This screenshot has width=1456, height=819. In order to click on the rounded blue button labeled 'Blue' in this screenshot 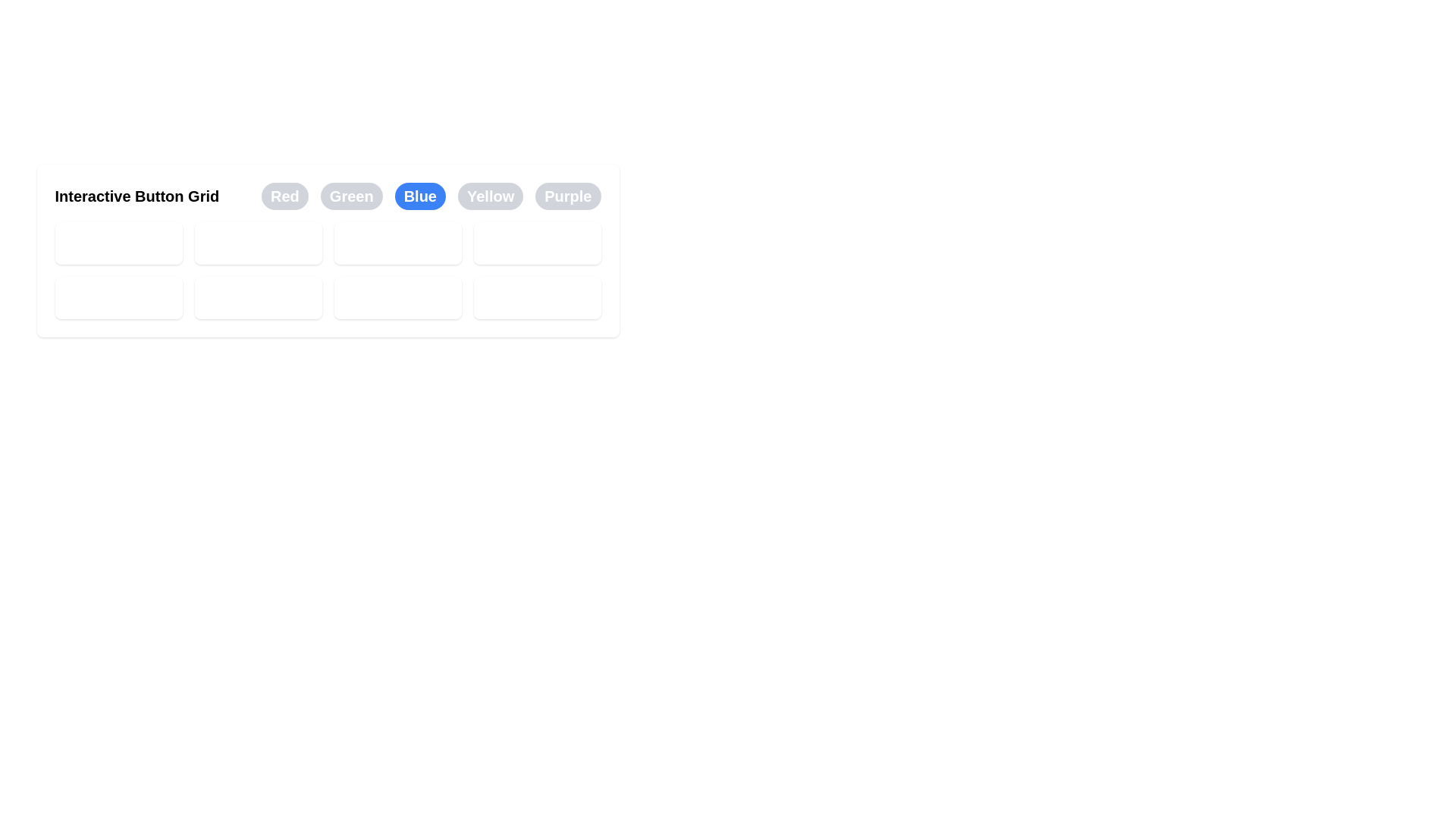, I will do `click(430, 195)`.